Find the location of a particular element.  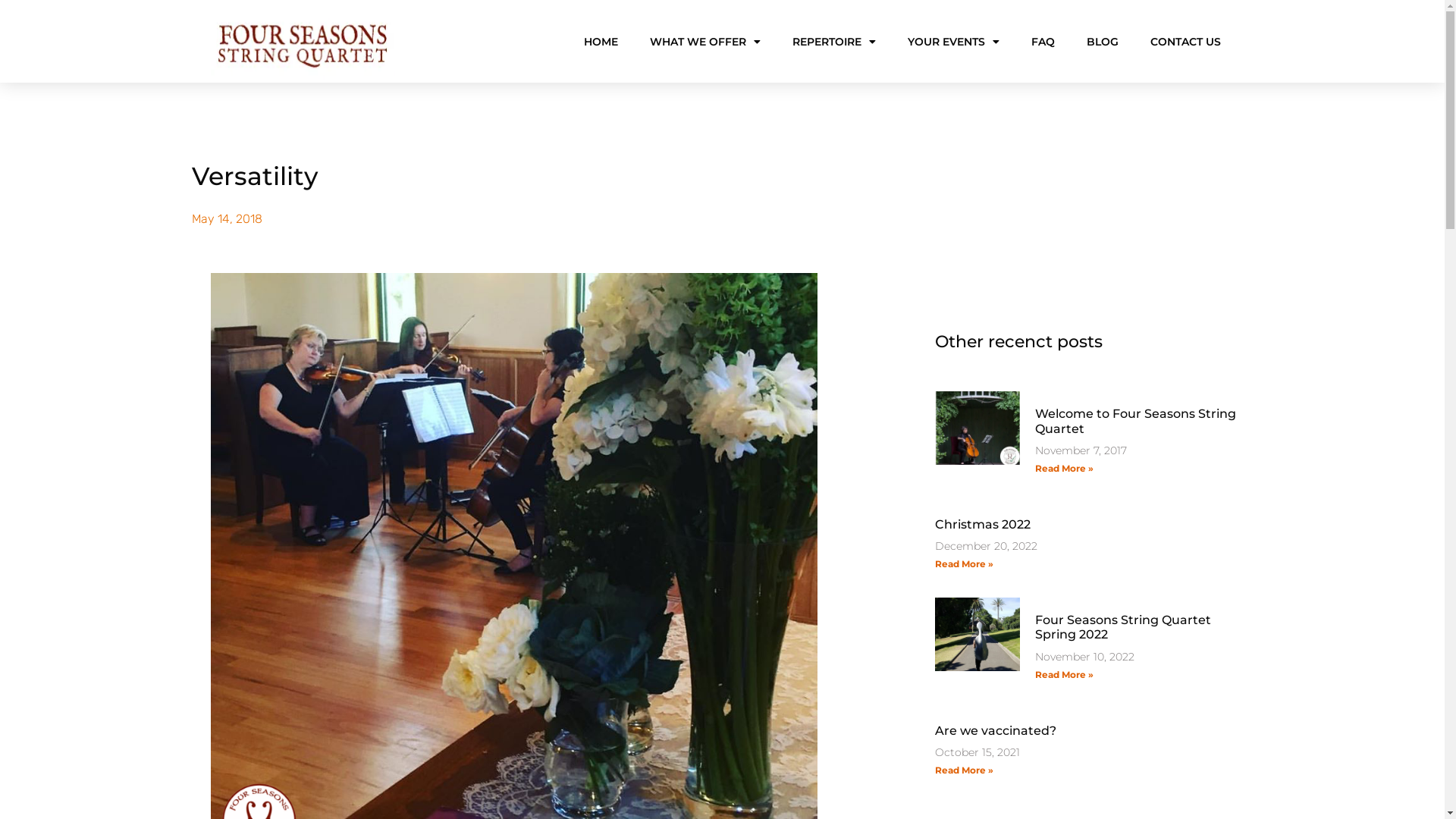

'FAQ' is located at coordinates (1042, 40).